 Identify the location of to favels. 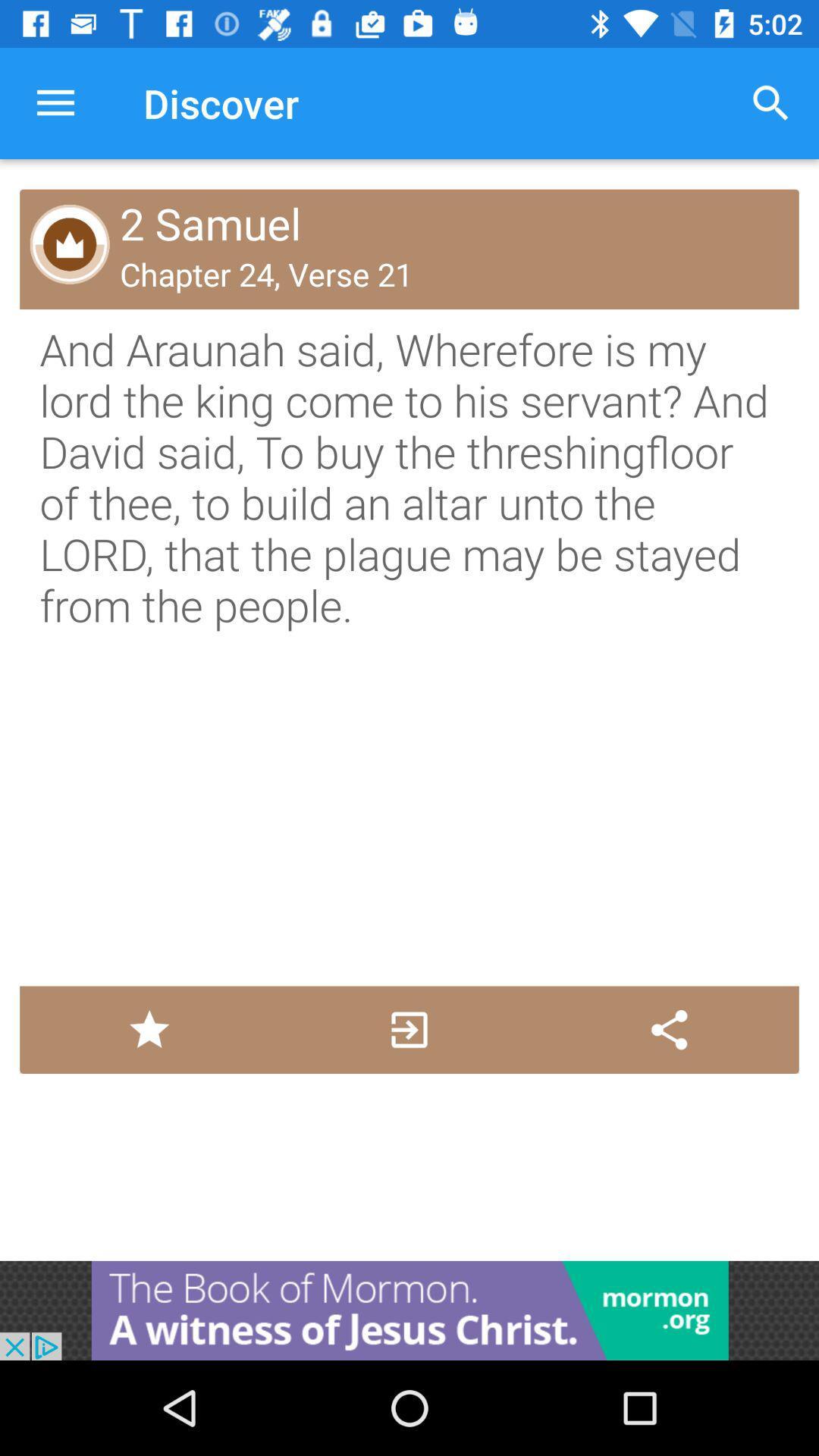
(149, 1030).